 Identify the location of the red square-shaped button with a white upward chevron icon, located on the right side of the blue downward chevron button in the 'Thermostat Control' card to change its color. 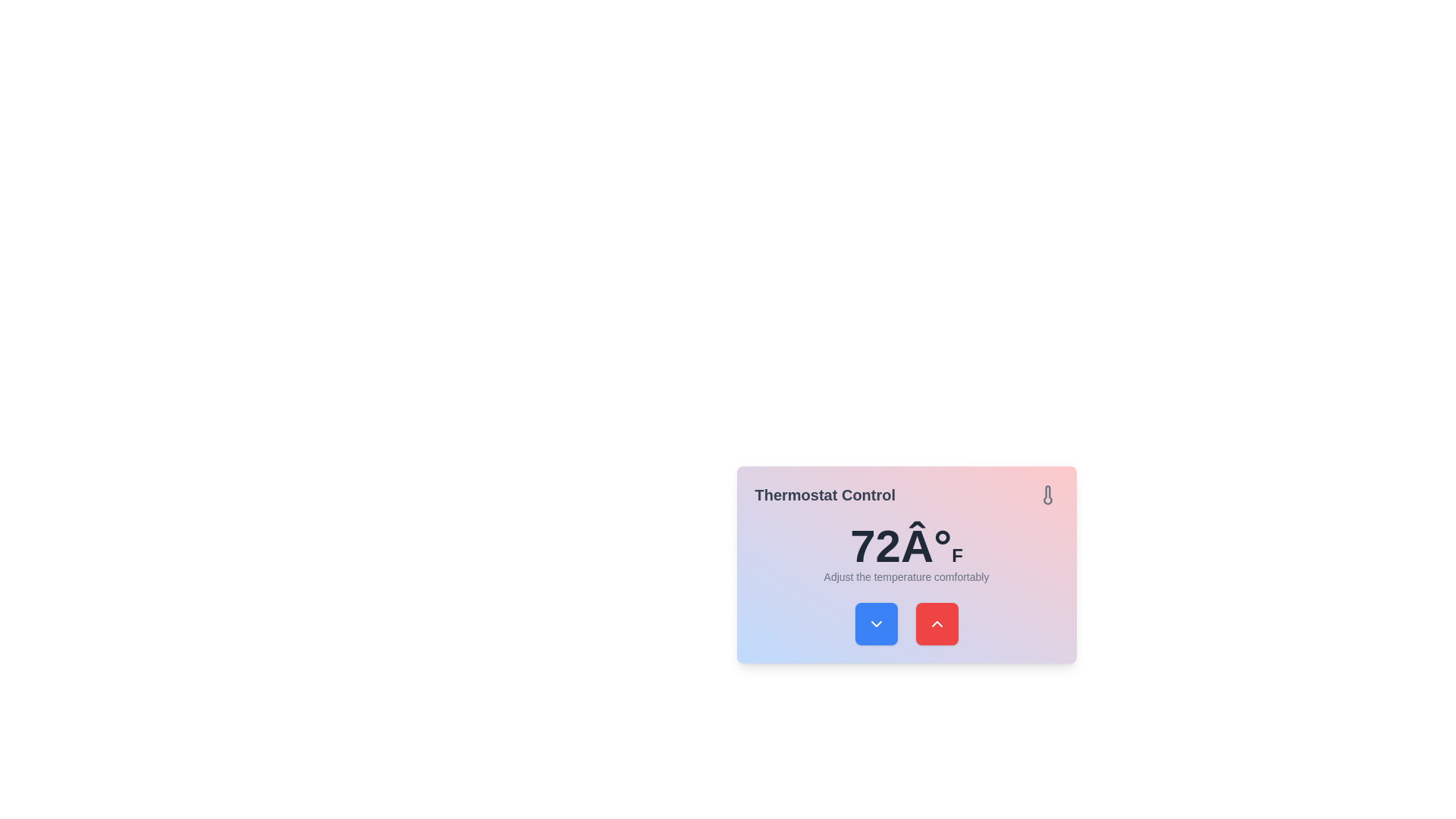
(936, 623).